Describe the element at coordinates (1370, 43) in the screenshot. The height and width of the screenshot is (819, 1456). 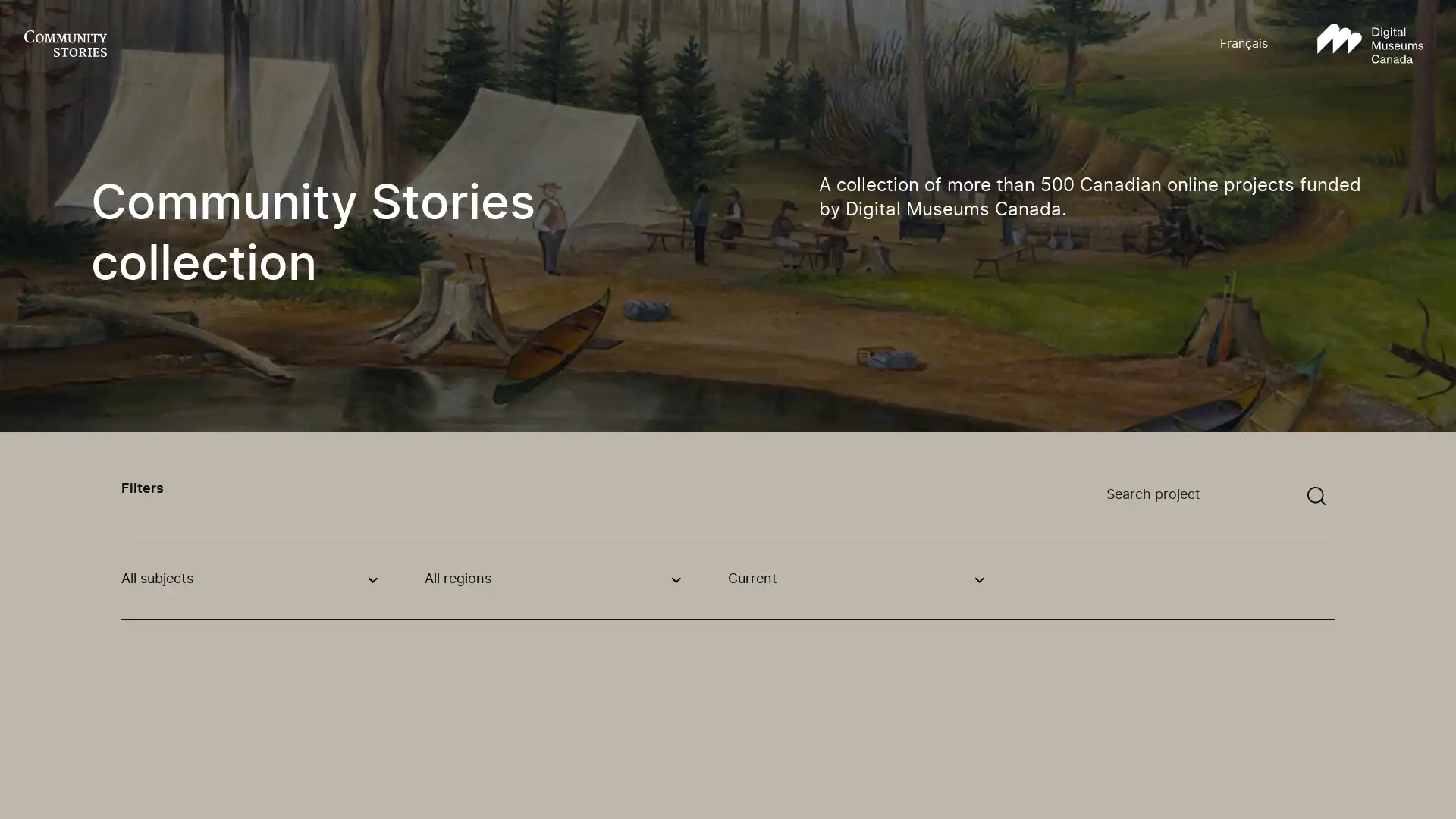
I see `Go to Digital Museums Canada website` at that location.